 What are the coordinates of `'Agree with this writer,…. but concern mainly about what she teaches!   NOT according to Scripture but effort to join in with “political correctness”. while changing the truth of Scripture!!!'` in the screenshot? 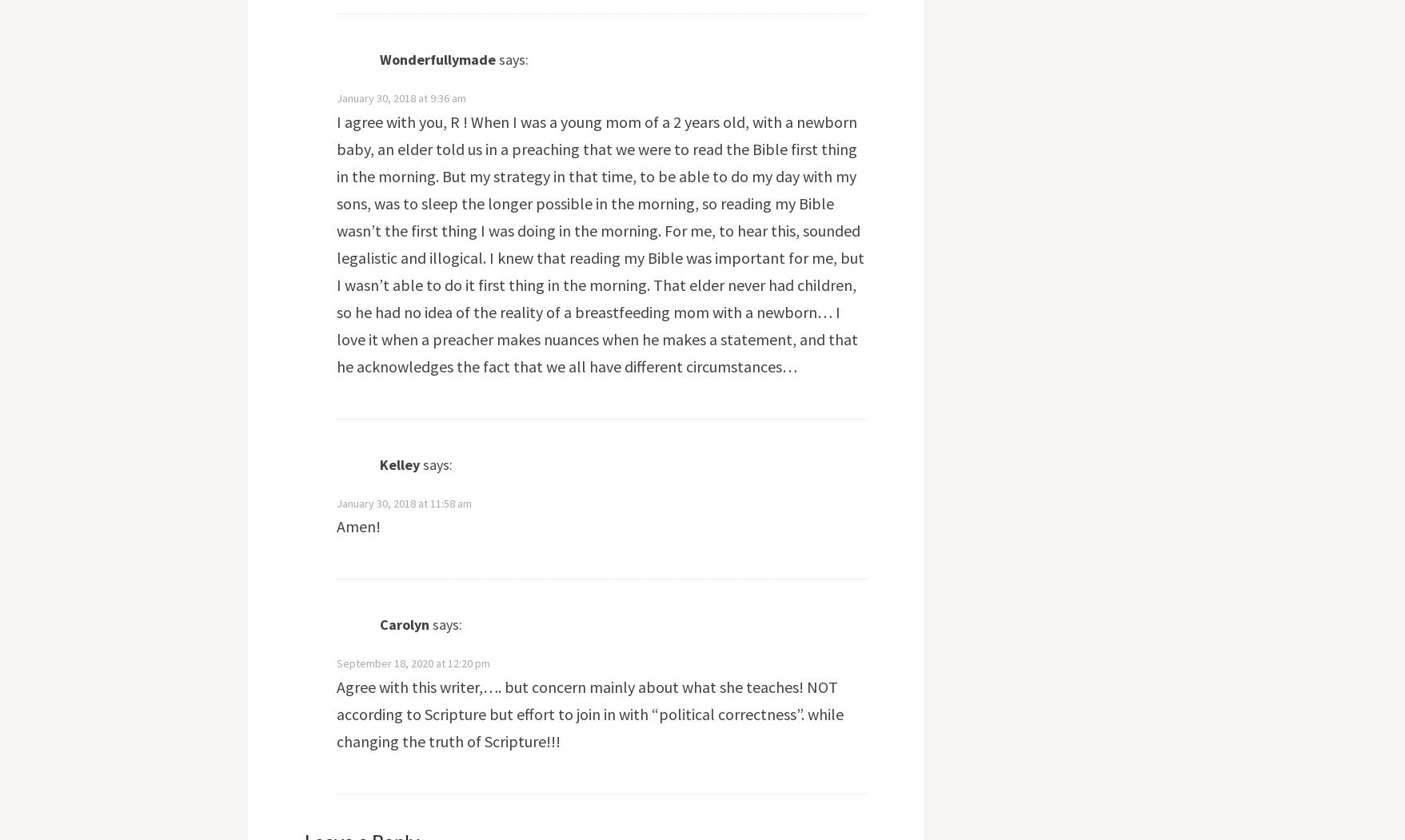 It's located at (589, 713).